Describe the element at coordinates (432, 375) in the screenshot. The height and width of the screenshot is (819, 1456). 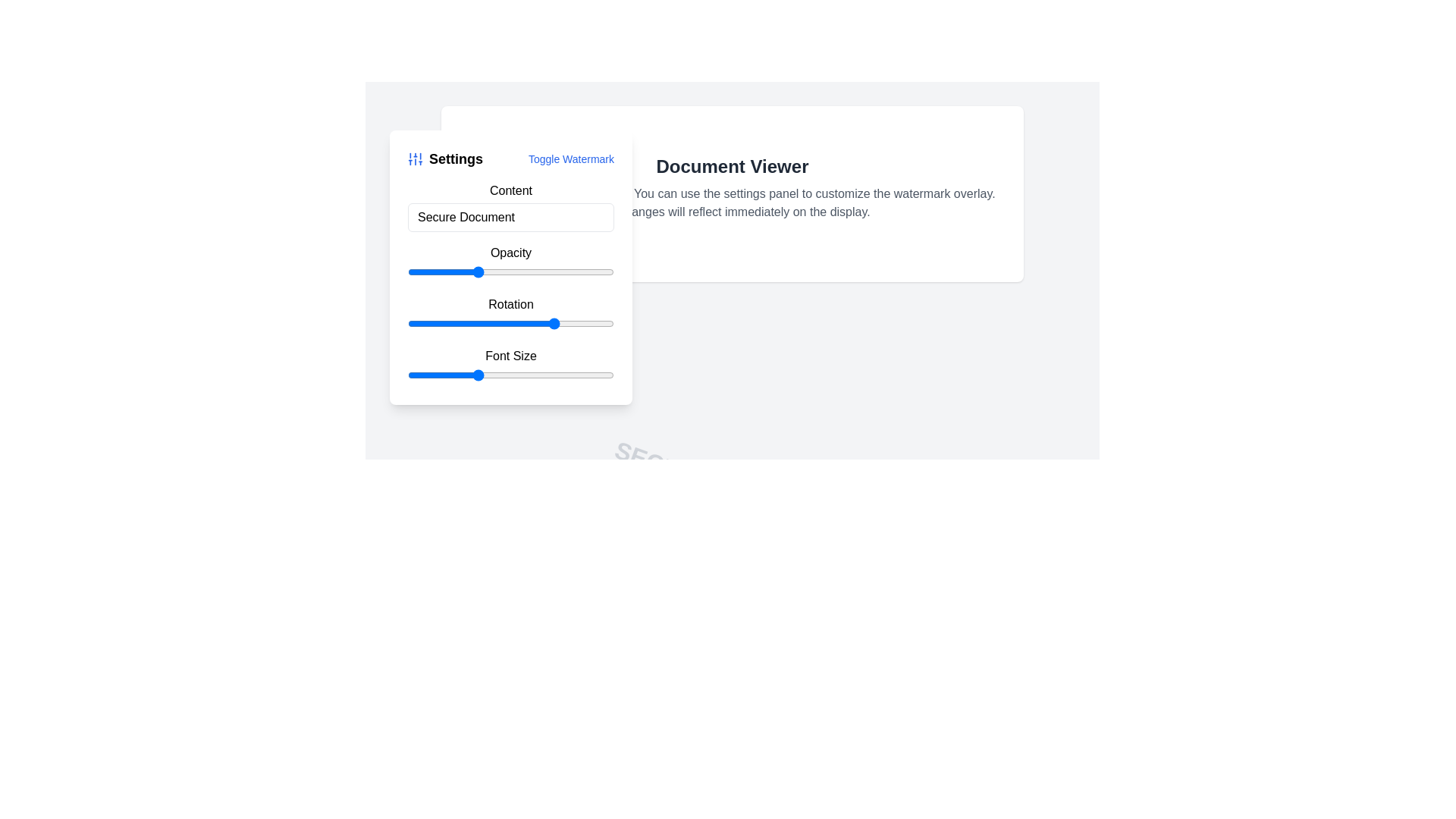
I see `the font size slider` at that location.